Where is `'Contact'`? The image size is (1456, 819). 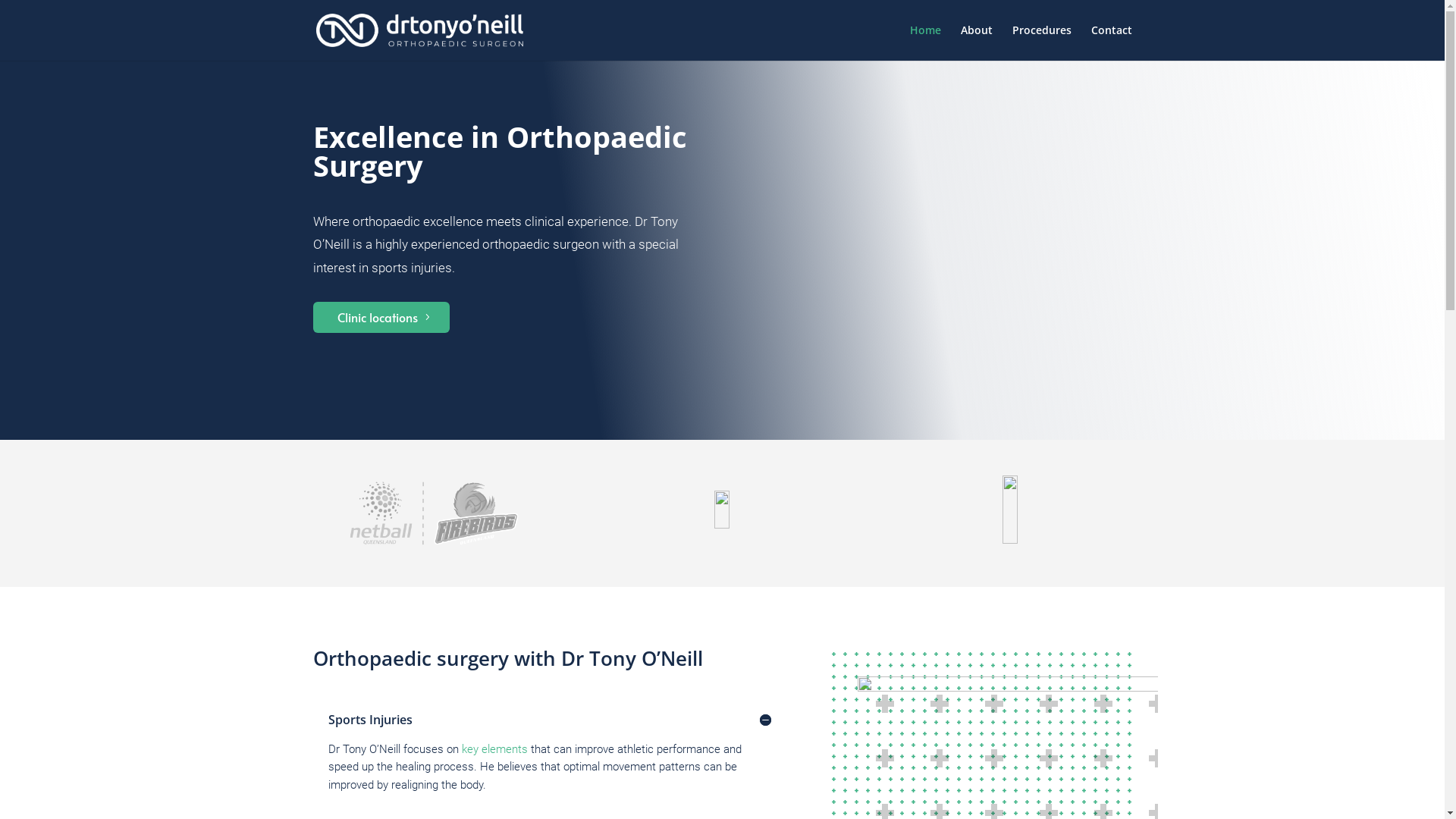
'Contact' is located at coordinates (1110, 42).